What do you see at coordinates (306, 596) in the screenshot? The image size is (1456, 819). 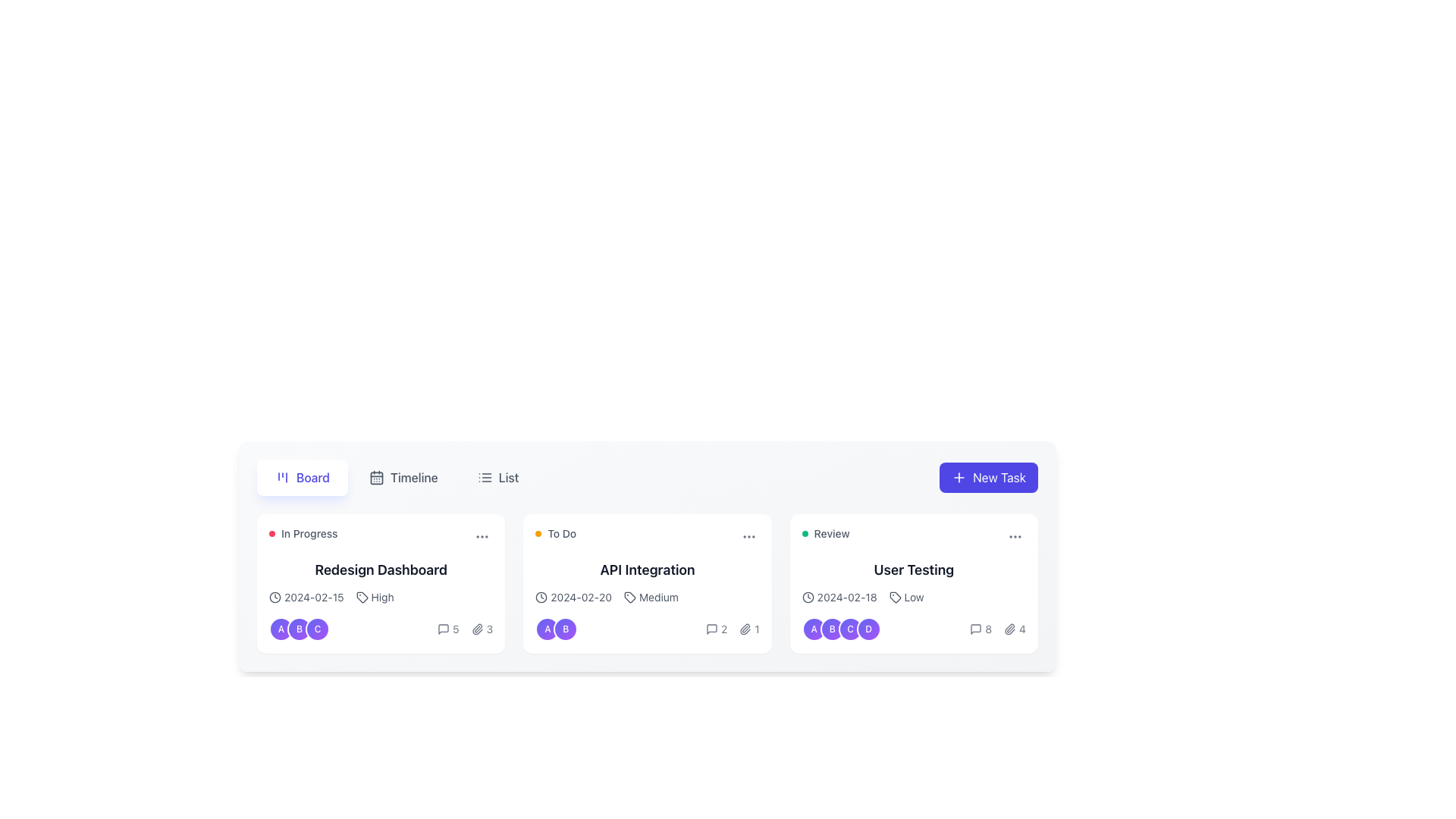 I see `the date label with icon indicating a specific date, located in the 'Redesign Dashboard' card` at bounding box center [306, 596].